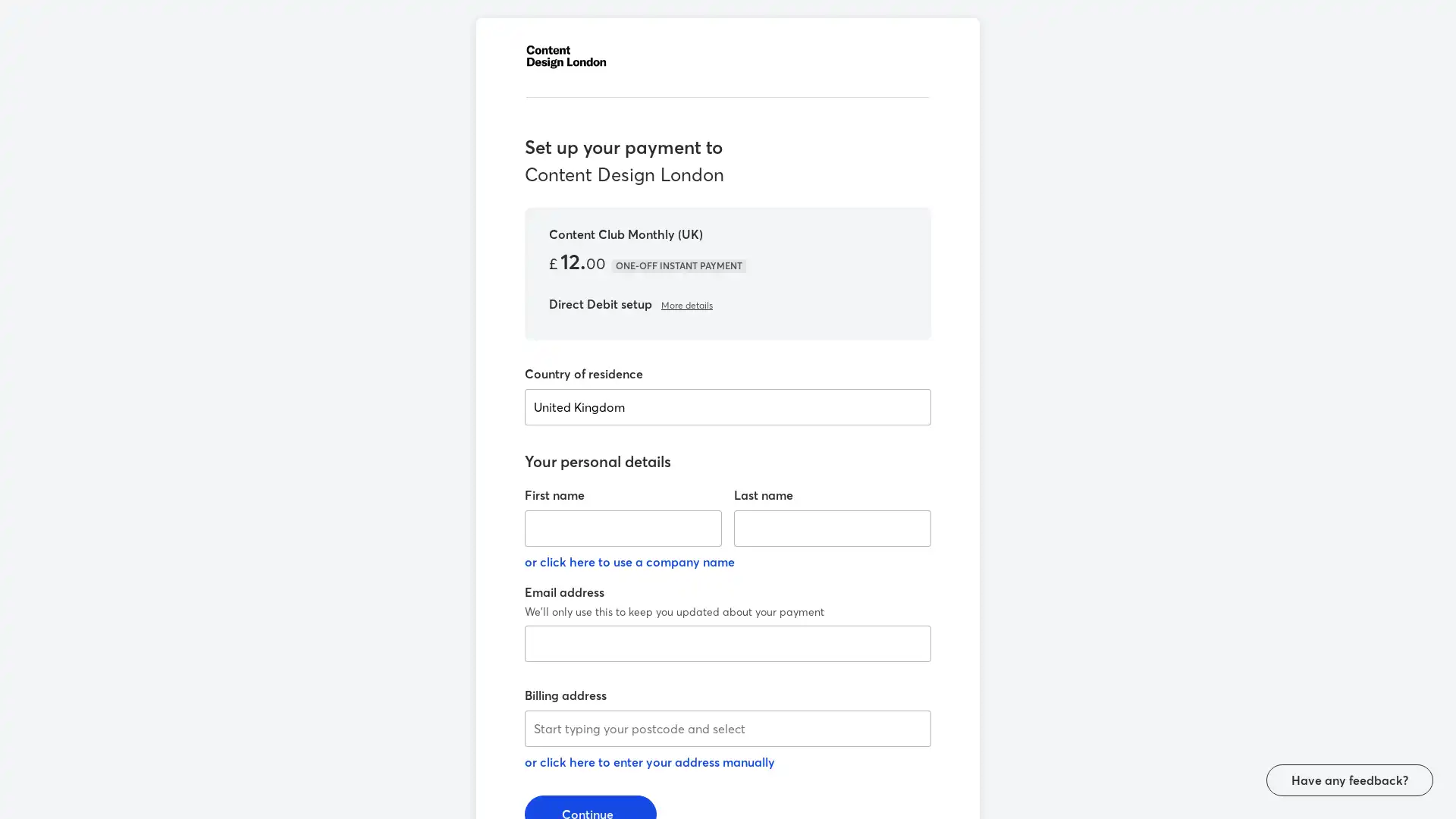 This screenshot has height=819, width=1456. Describe the element at coordinates (650, 759) in the screenshot. I see `or click here to enter your address manually` at that location.